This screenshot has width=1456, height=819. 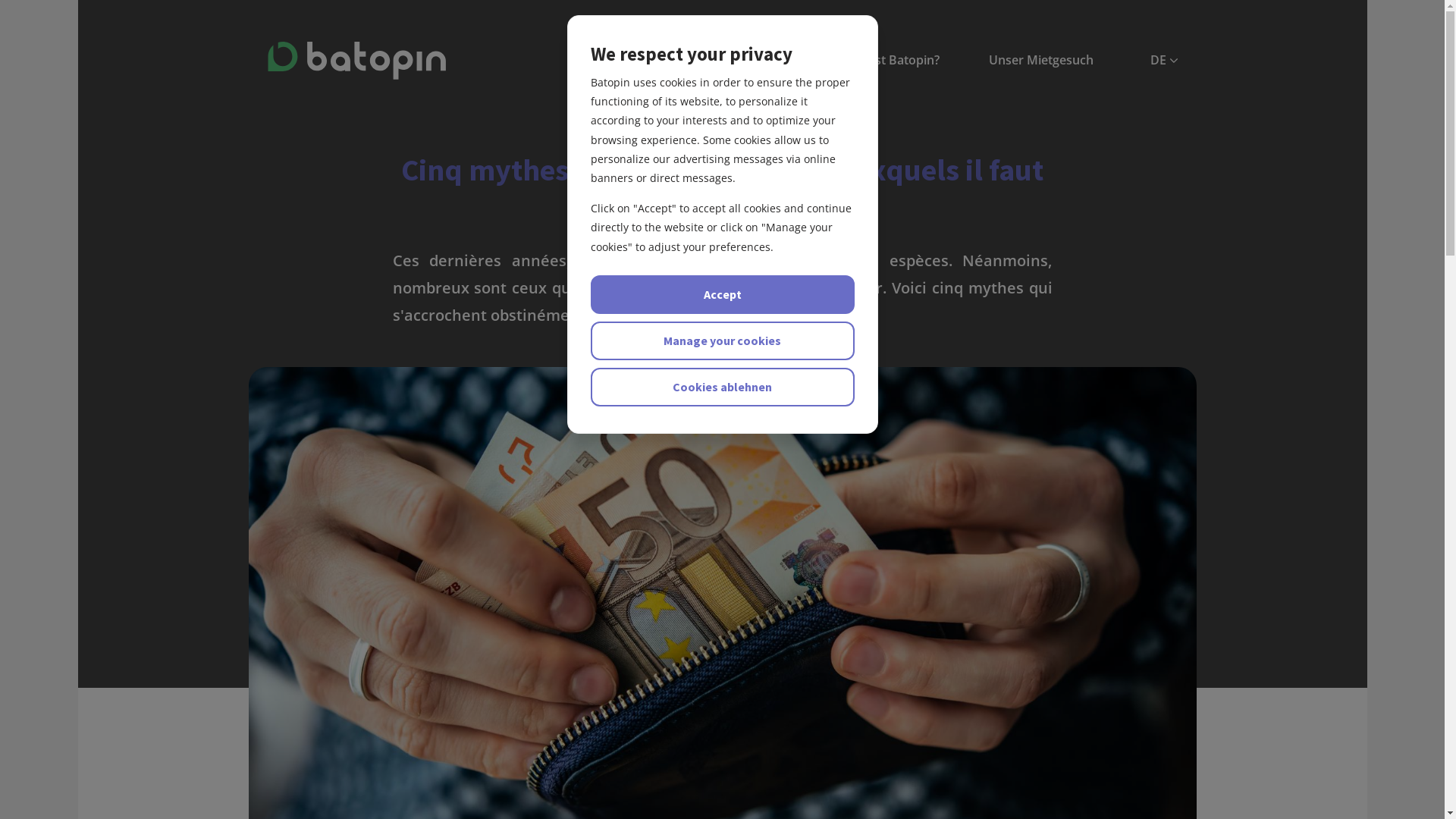 I want to click on 'Cookies ablehnen', so click(x=720, y=386).